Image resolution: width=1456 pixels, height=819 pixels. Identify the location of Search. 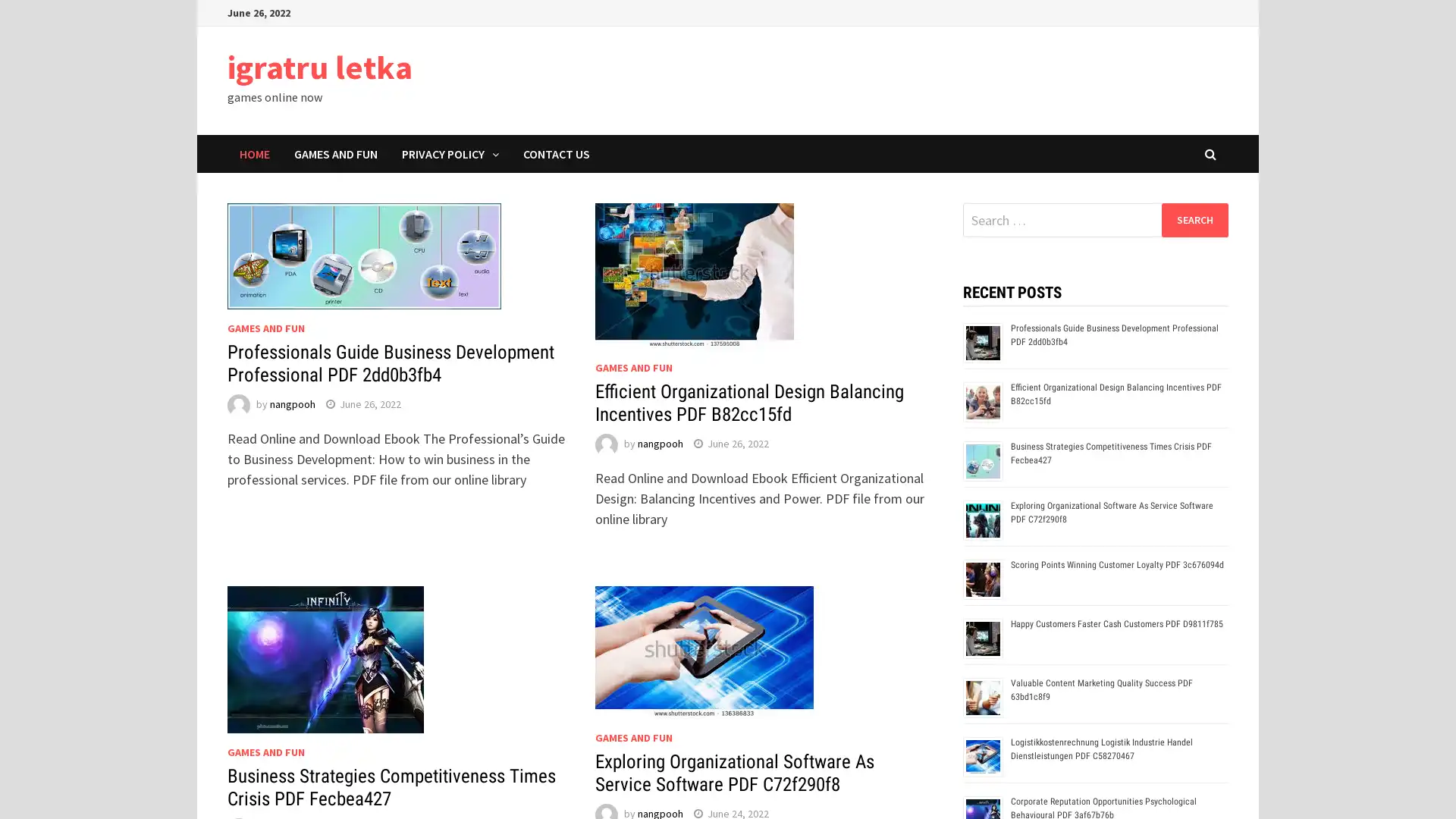
(1194, 219).